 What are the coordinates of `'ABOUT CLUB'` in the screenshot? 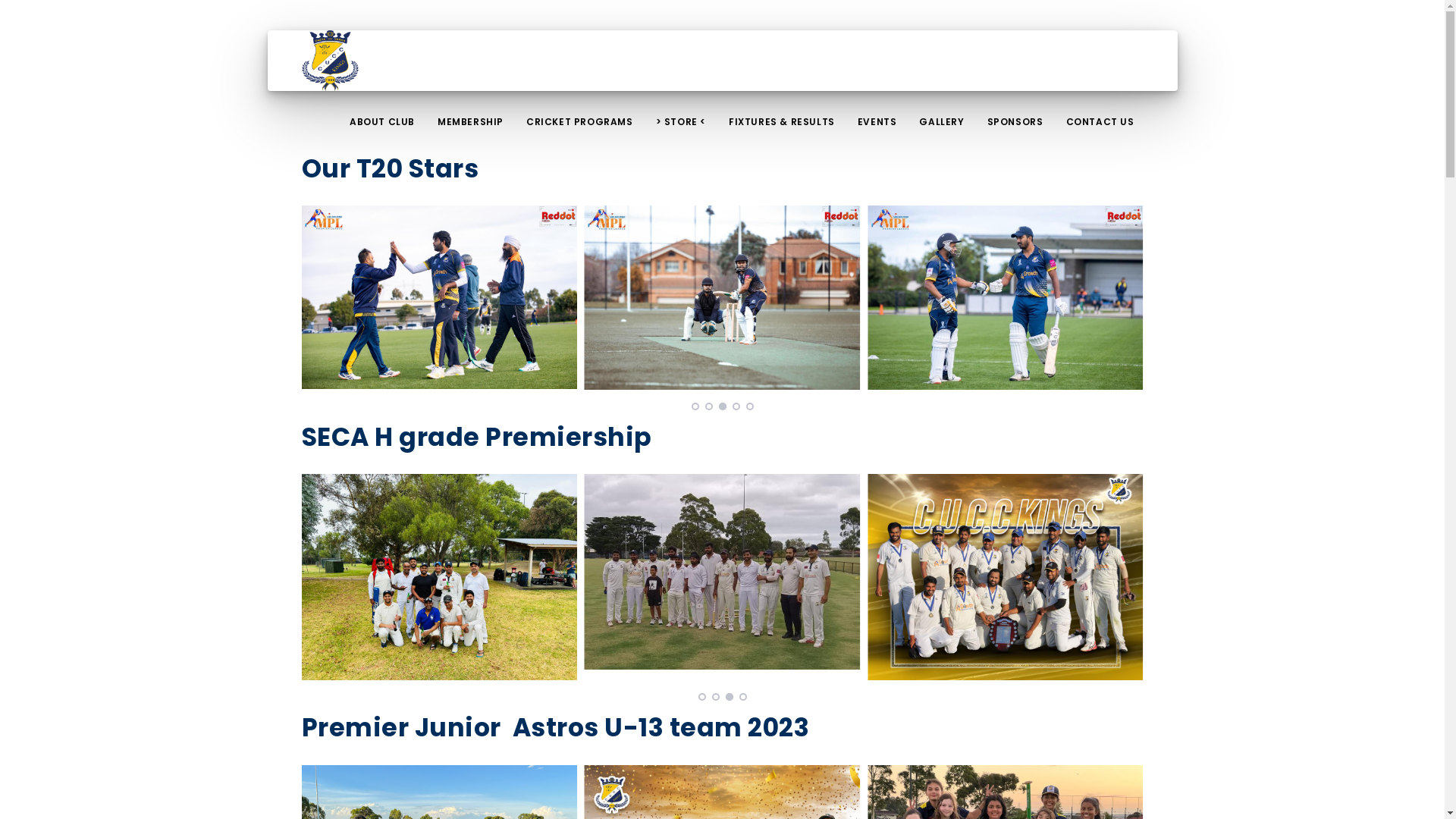 It's located at (382, 121).